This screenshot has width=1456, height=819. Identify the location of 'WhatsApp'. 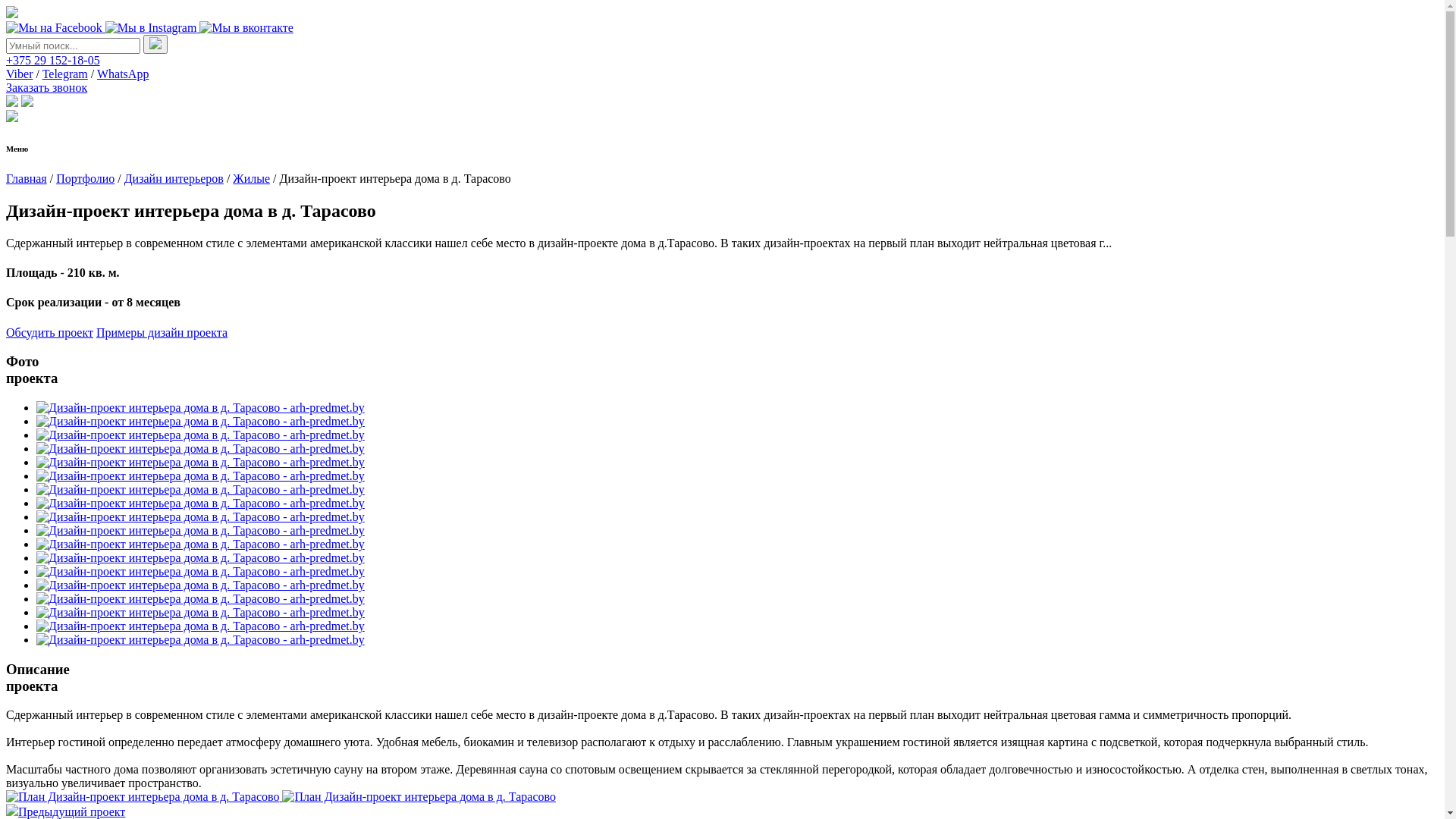
(123, 74).